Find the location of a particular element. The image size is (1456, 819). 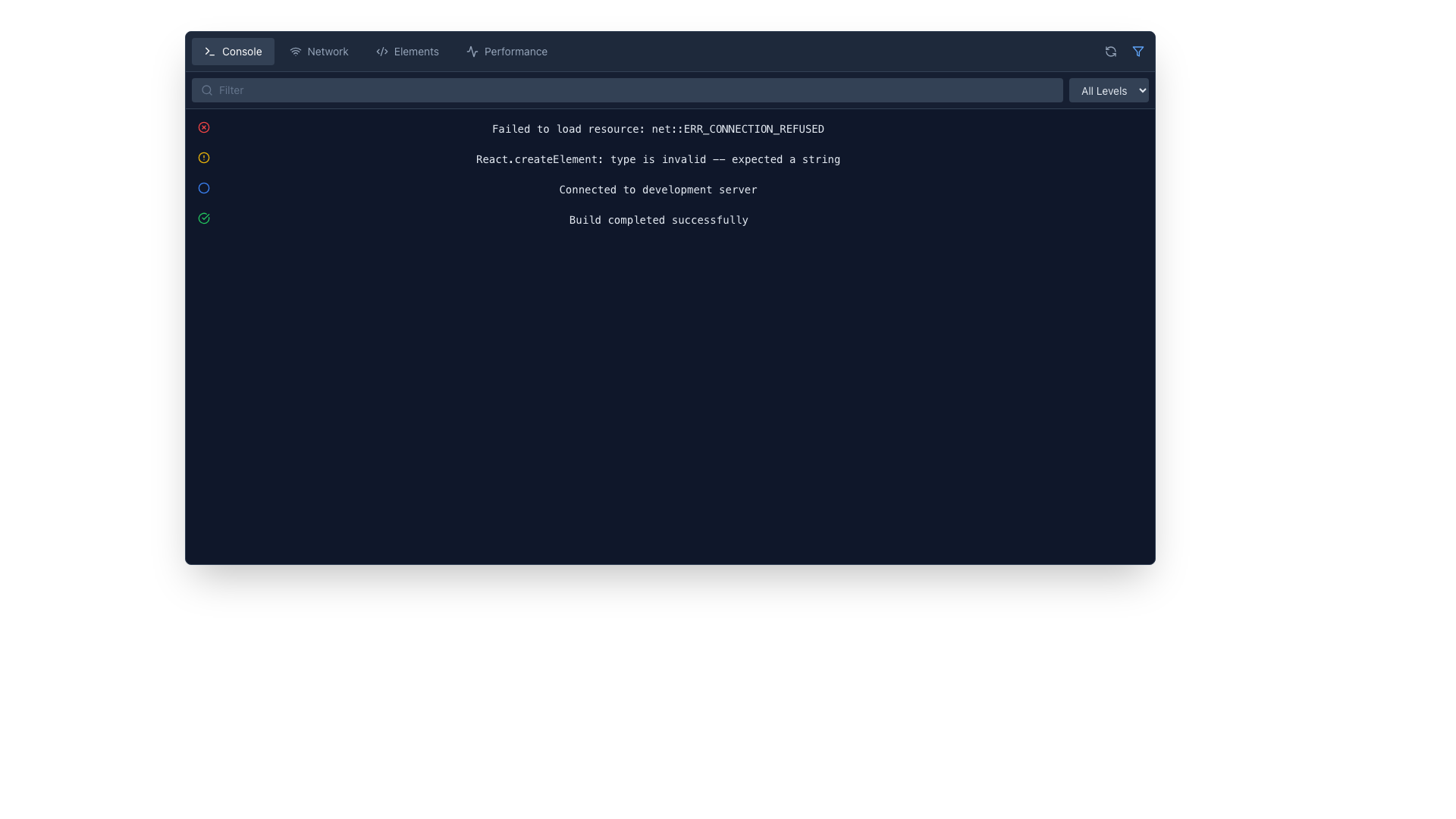

the 'Elements' tab navigation button located in the horizontal navigation bar at the top of the interface is located at coordinates (407, 51).